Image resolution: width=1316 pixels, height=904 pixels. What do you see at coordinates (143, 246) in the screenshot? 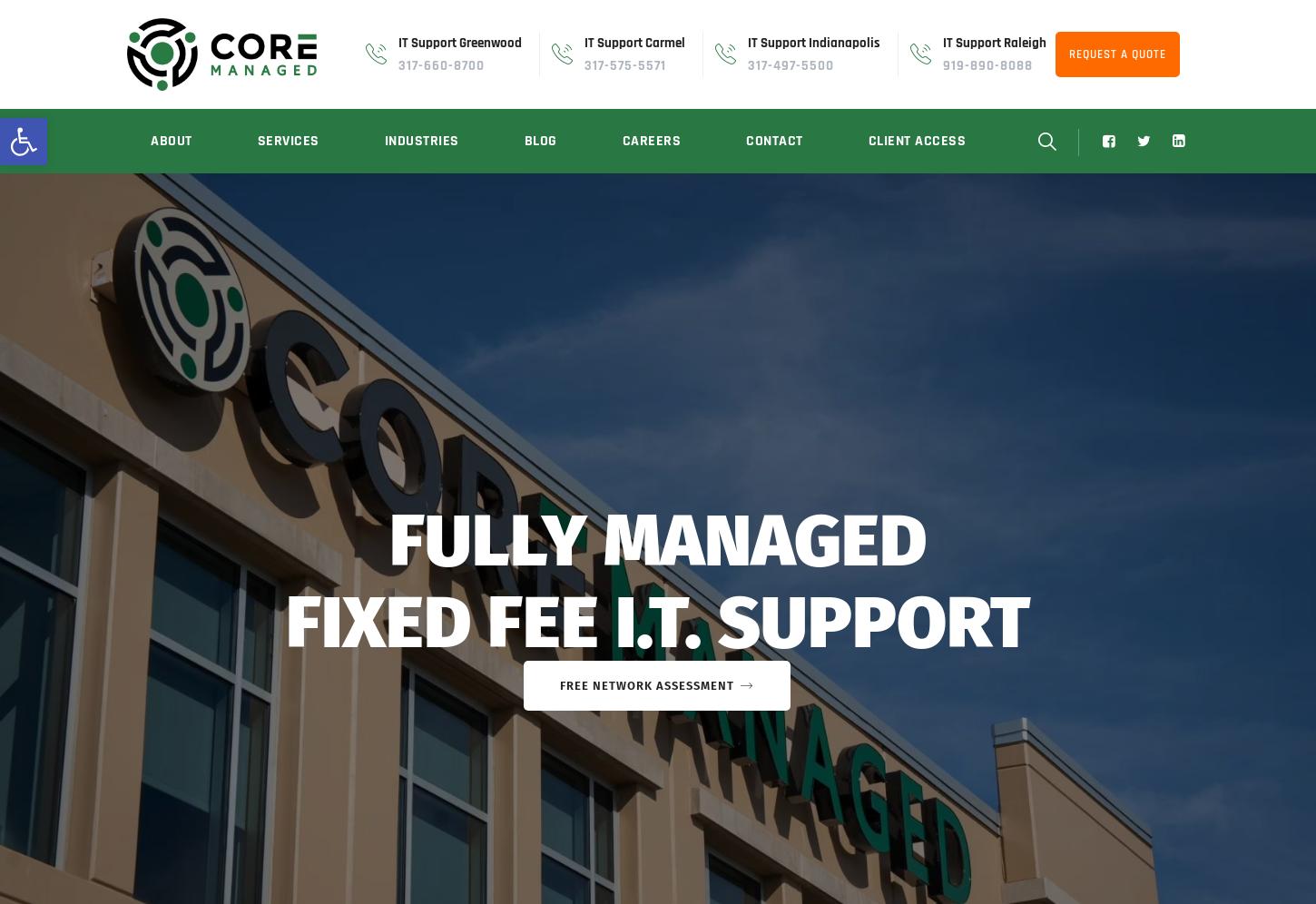
I see `'Our Team'` at bounding box center [143, 246].